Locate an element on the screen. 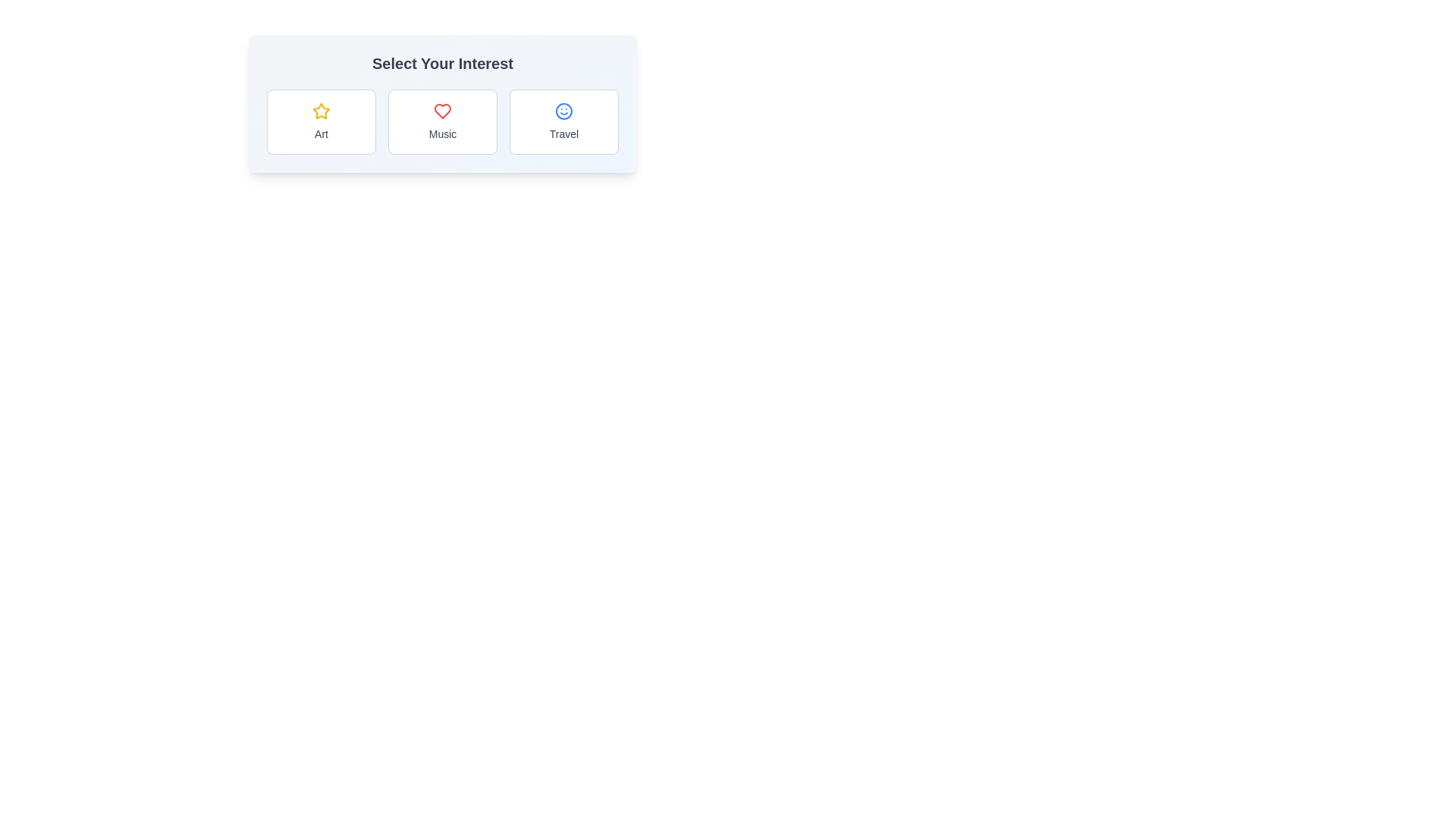  the state of the SVG Icon representing the 'Art' category, located above the text label 'Art' in the first column of the horizontal selection is located at coordinates (320, 110).